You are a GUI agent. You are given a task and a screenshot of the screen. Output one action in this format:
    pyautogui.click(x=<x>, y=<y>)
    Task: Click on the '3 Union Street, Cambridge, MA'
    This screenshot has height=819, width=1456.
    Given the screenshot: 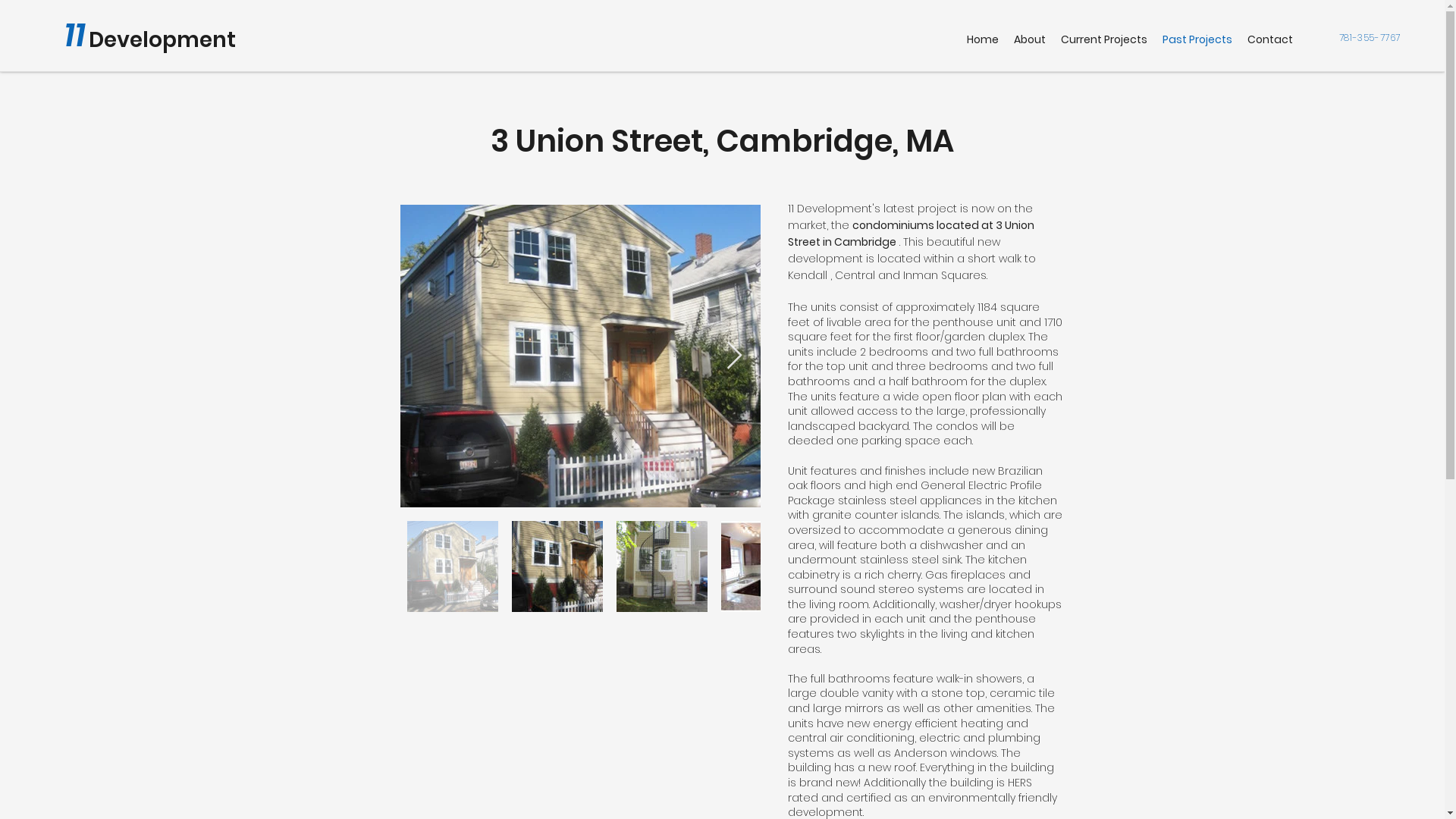 What is the action you would take?
    pyautogui.click(x=721, y=140)
    